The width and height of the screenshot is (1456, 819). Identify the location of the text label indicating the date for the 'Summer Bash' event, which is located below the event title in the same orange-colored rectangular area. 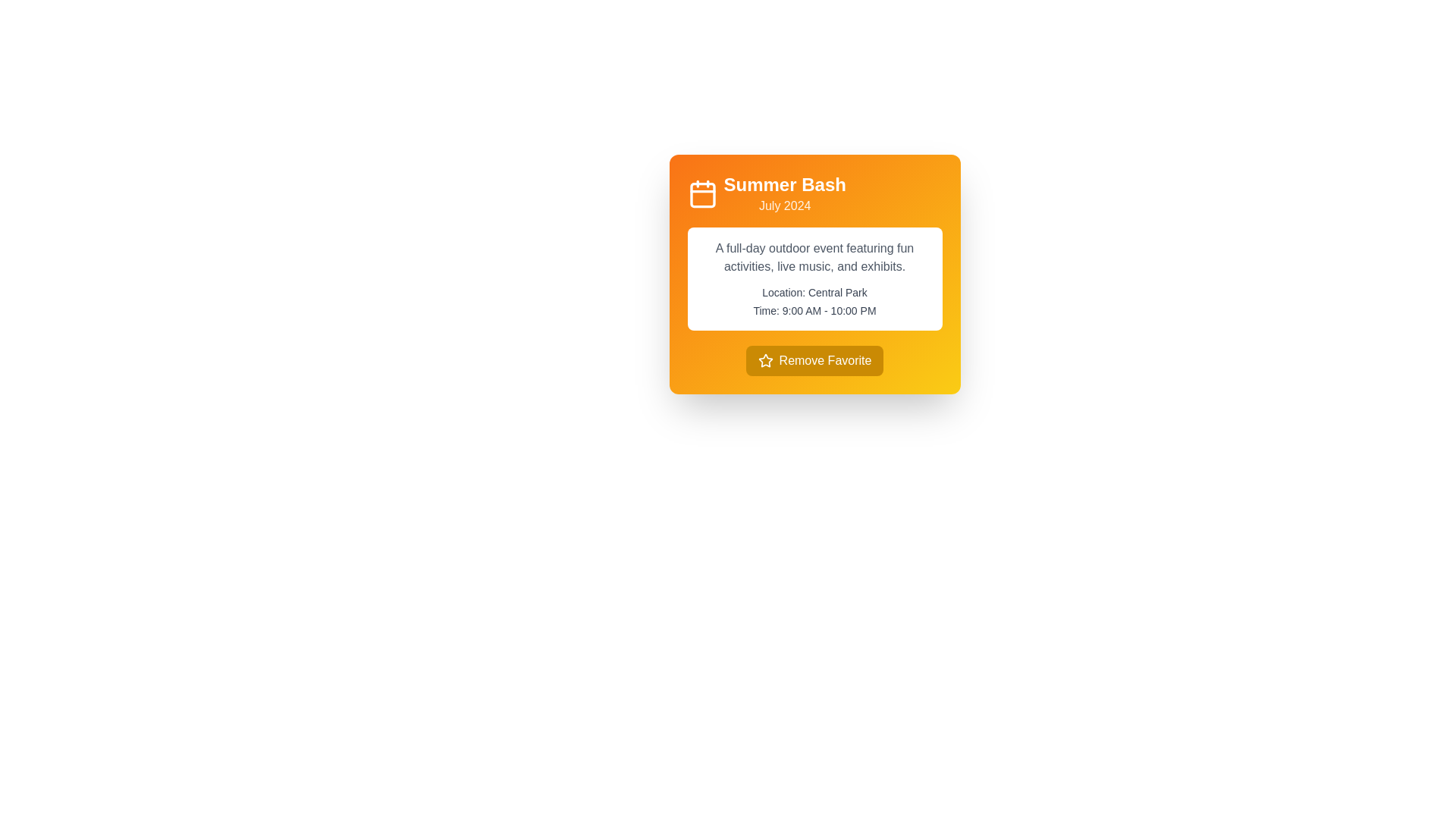
(785, 206).